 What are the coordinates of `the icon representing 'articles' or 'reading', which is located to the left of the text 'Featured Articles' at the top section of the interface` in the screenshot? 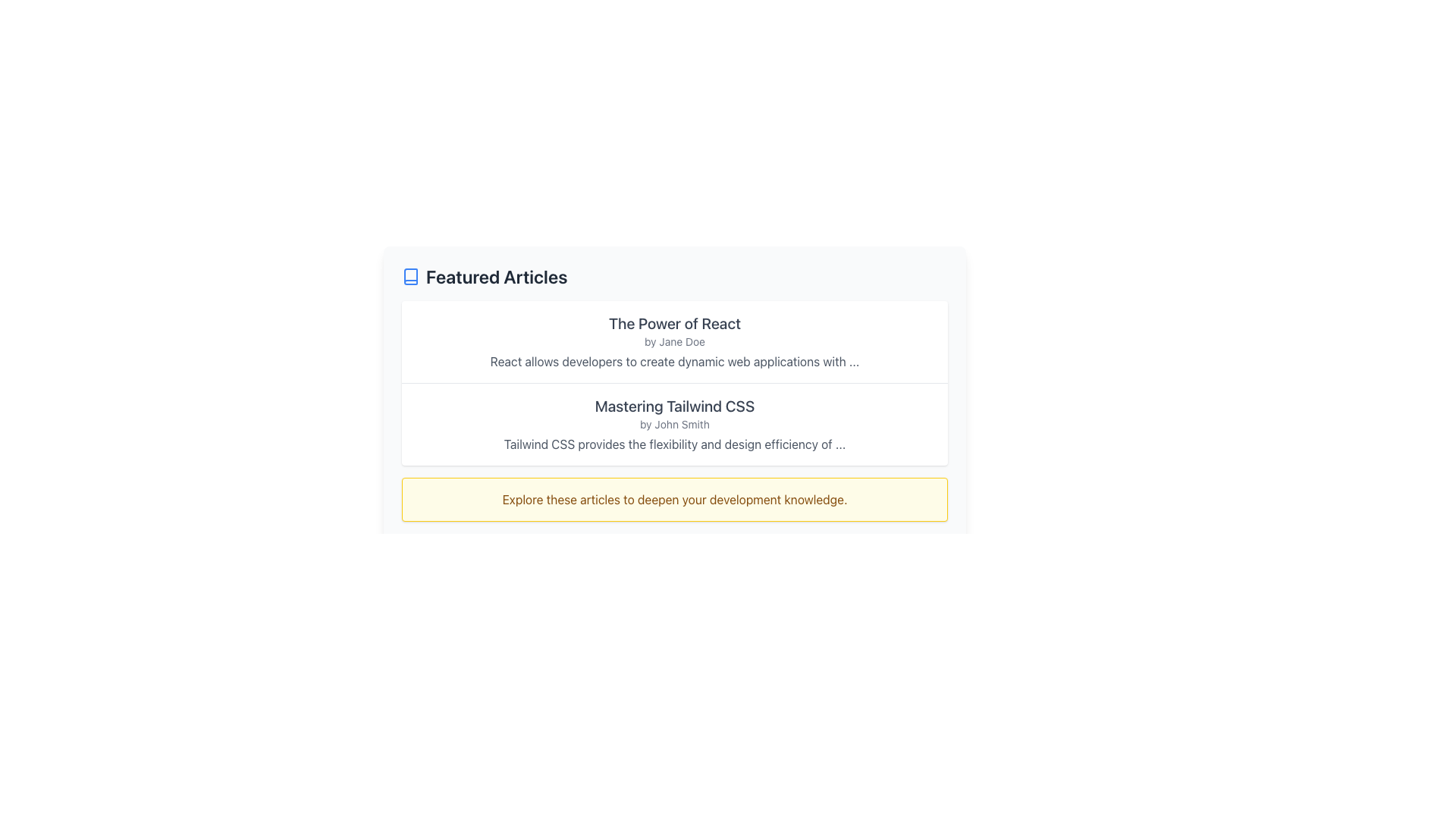 It's located at (411, 277).